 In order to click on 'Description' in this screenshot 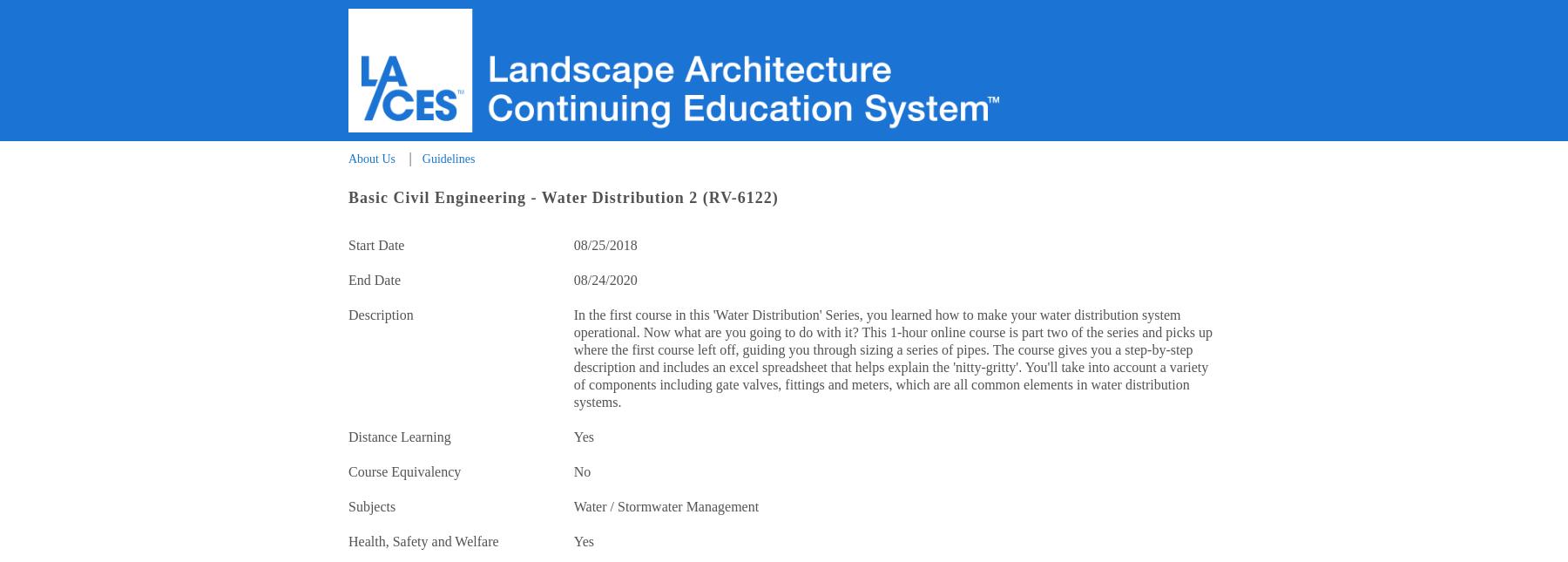, I will do `click(381, 315)`.